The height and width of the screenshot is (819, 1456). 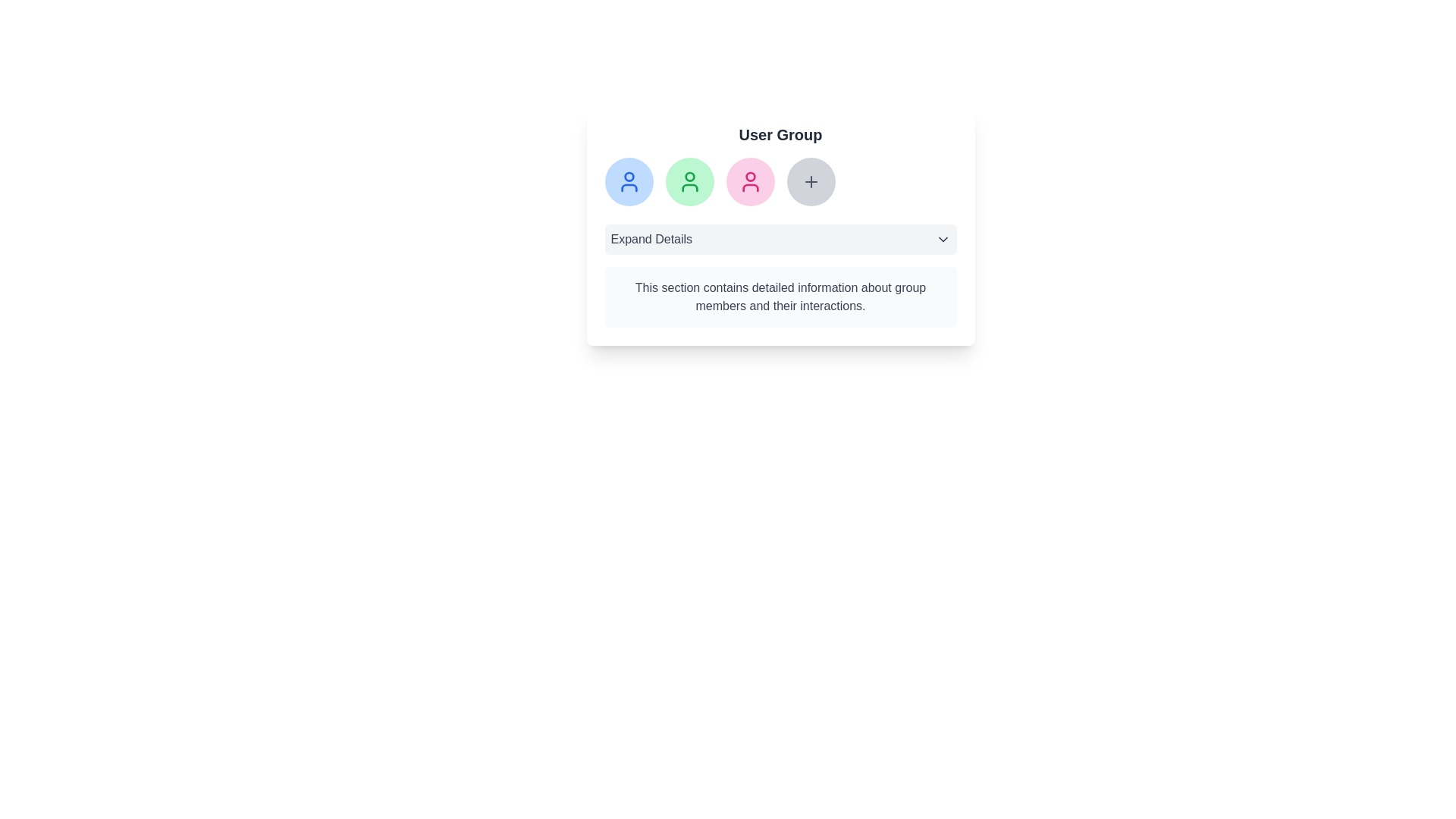 I want to click on the circle representing the head in the first user icon on the far left of the user group section, so click(x=629, y=176).